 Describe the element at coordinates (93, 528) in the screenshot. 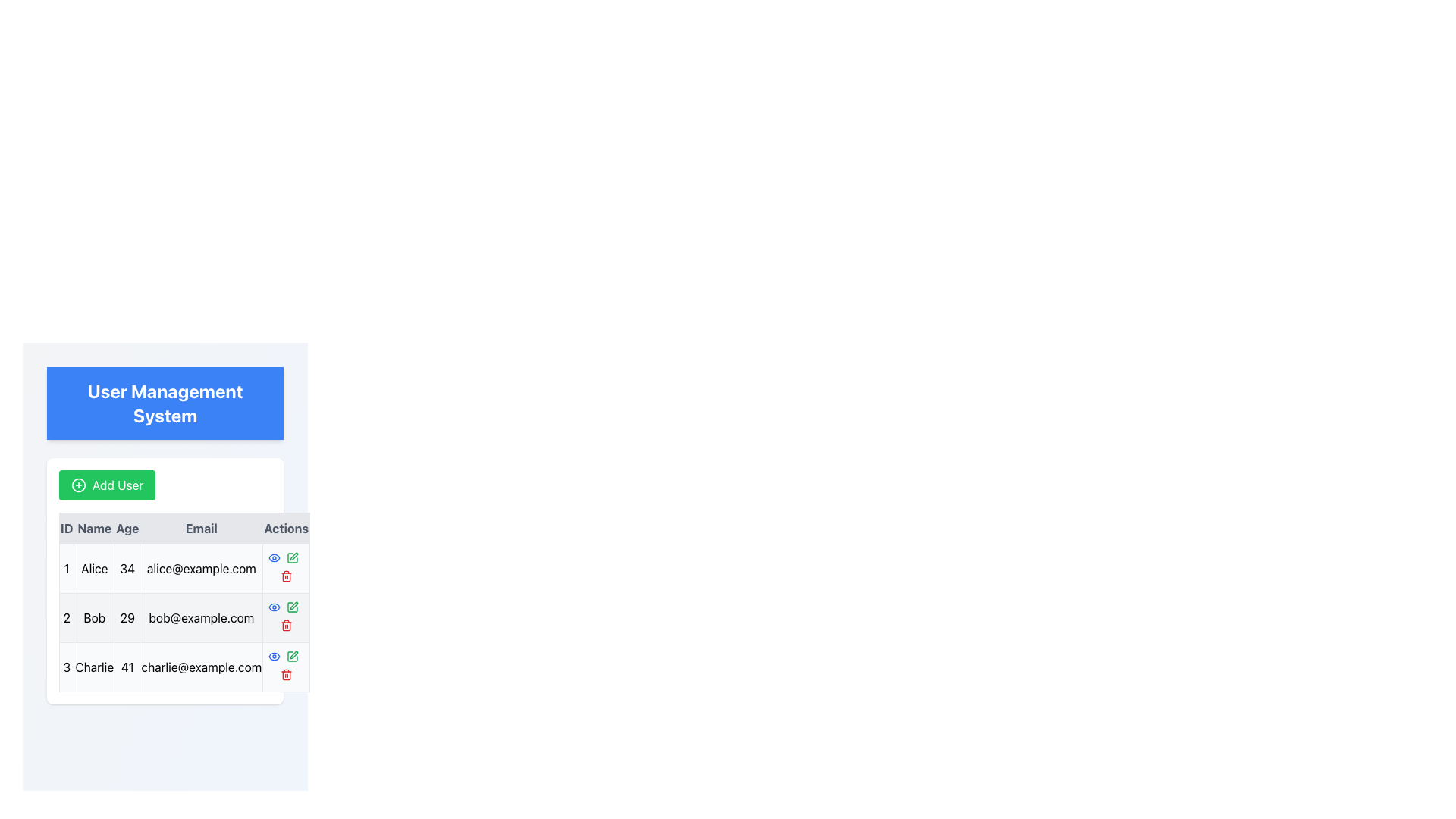

I see `the static text label 'Name' which is the second column header in the table structure, positioned between 'ID' and 'Age'` at that location.